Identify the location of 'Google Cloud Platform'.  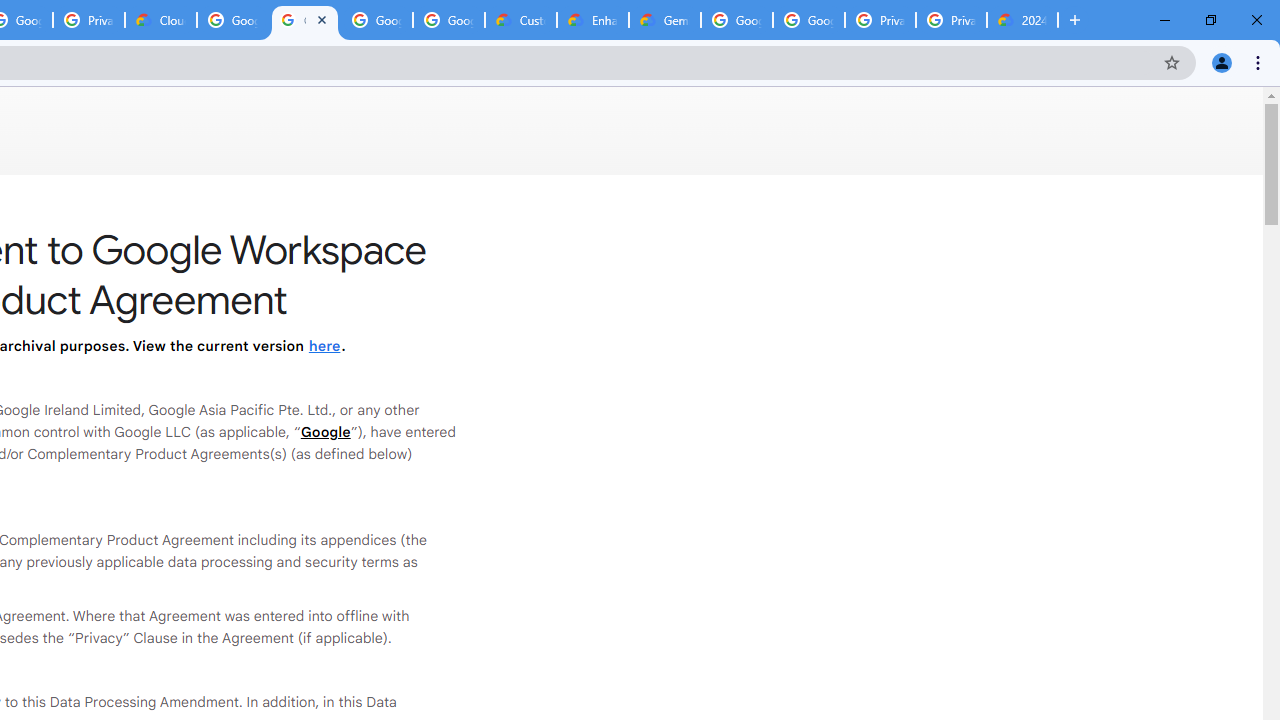
(808, 20).